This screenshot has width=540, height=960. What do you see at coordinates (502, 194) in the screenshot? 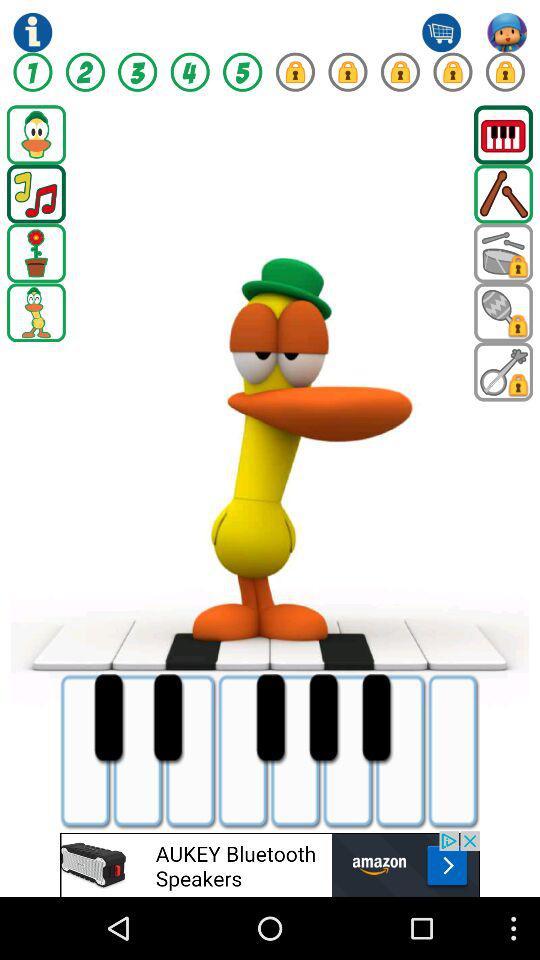
I see `drumsticks` at bounding box center [502, 194].